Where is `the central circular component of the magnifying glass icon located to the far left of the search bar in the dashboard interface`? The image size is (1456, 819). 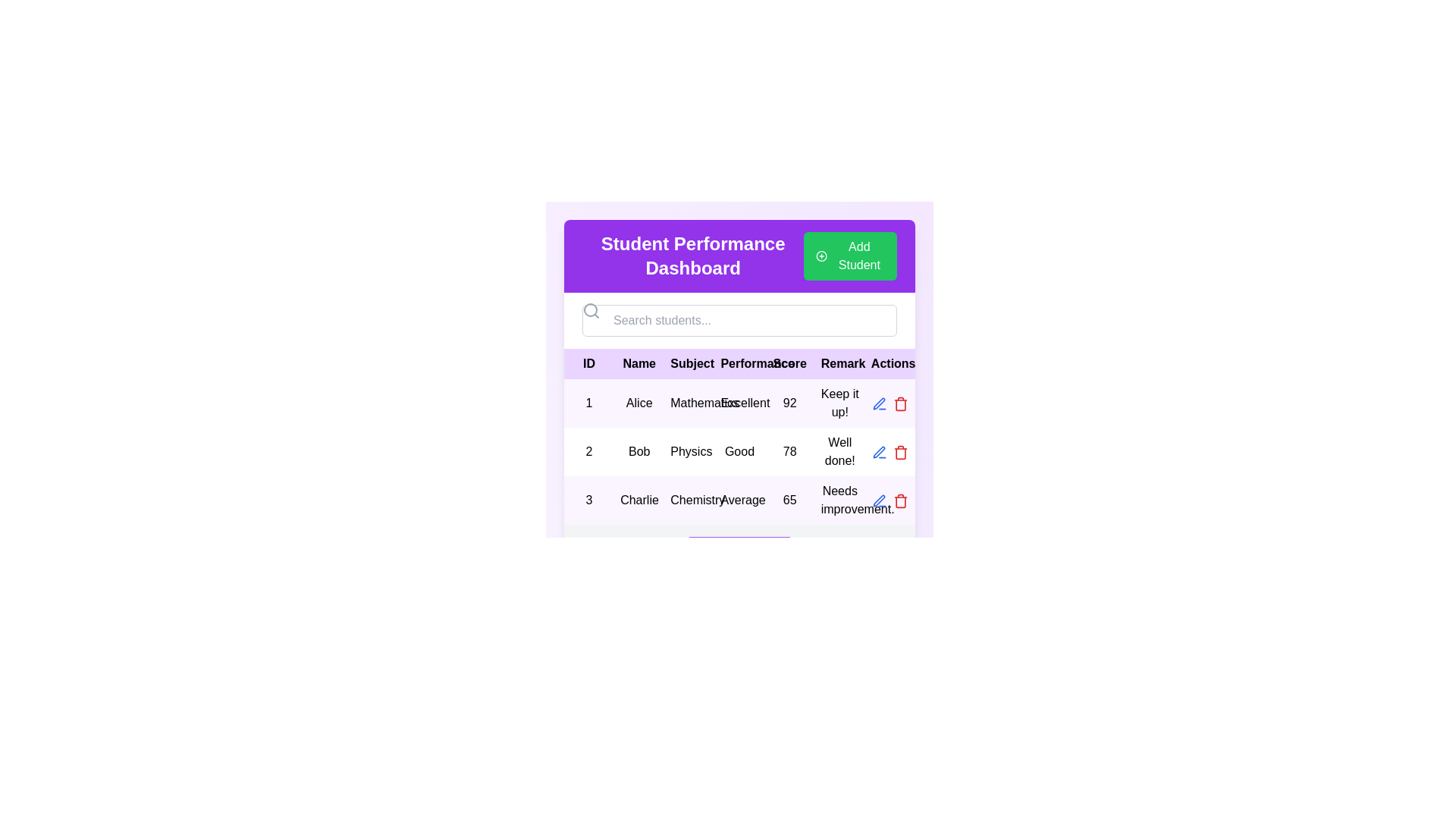
the central circular component of the magnifying glass icon located to the far left of the search bar in the dashboard interface is located at coordinates (589, 309).